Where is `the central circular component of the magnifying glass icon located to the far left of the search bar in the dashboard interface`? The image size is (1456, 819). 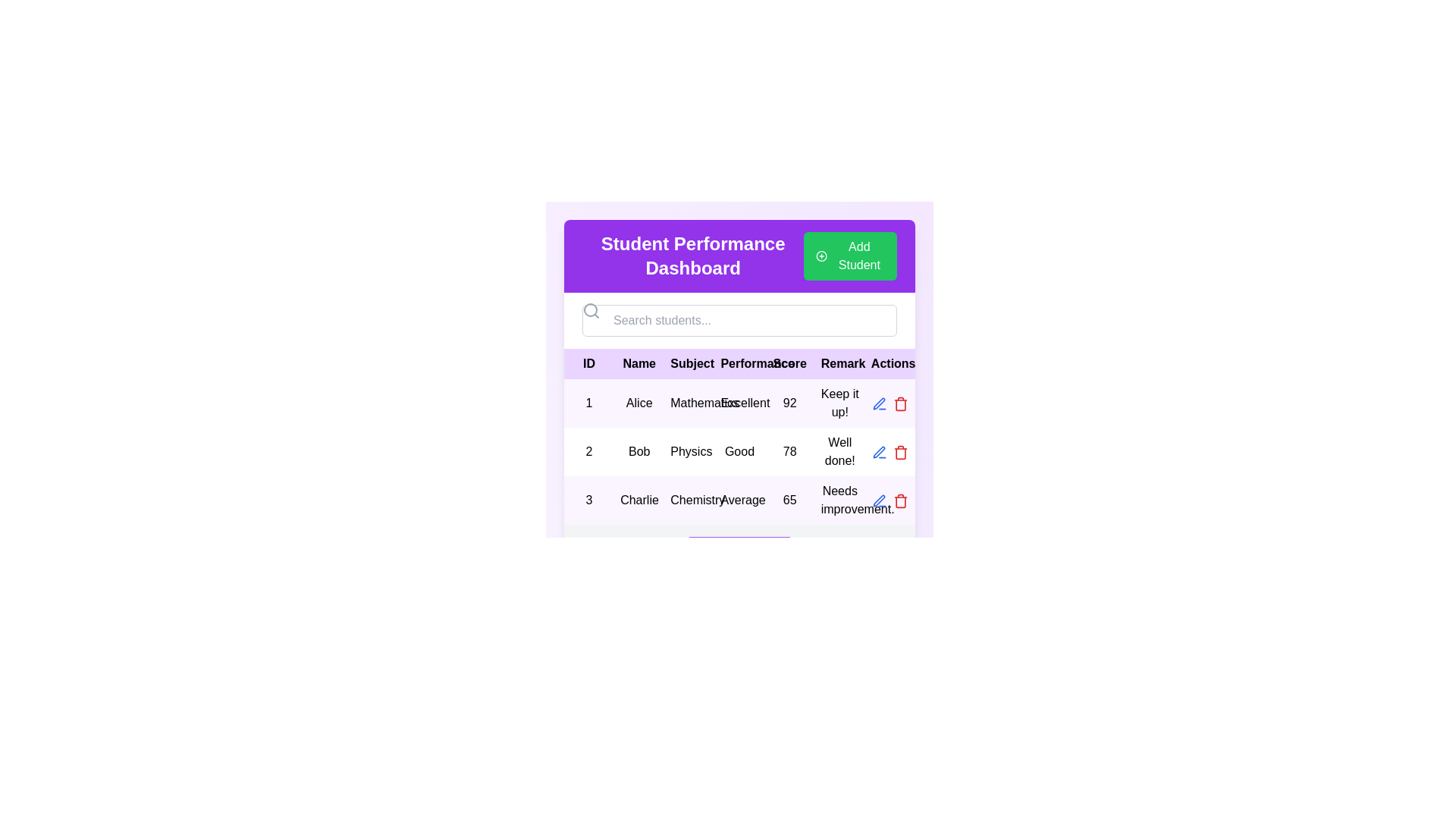
the central circular component of the magnifying glass icon located to the far left of the search bar in the dashboard interface is located at coordinates (589, 309).